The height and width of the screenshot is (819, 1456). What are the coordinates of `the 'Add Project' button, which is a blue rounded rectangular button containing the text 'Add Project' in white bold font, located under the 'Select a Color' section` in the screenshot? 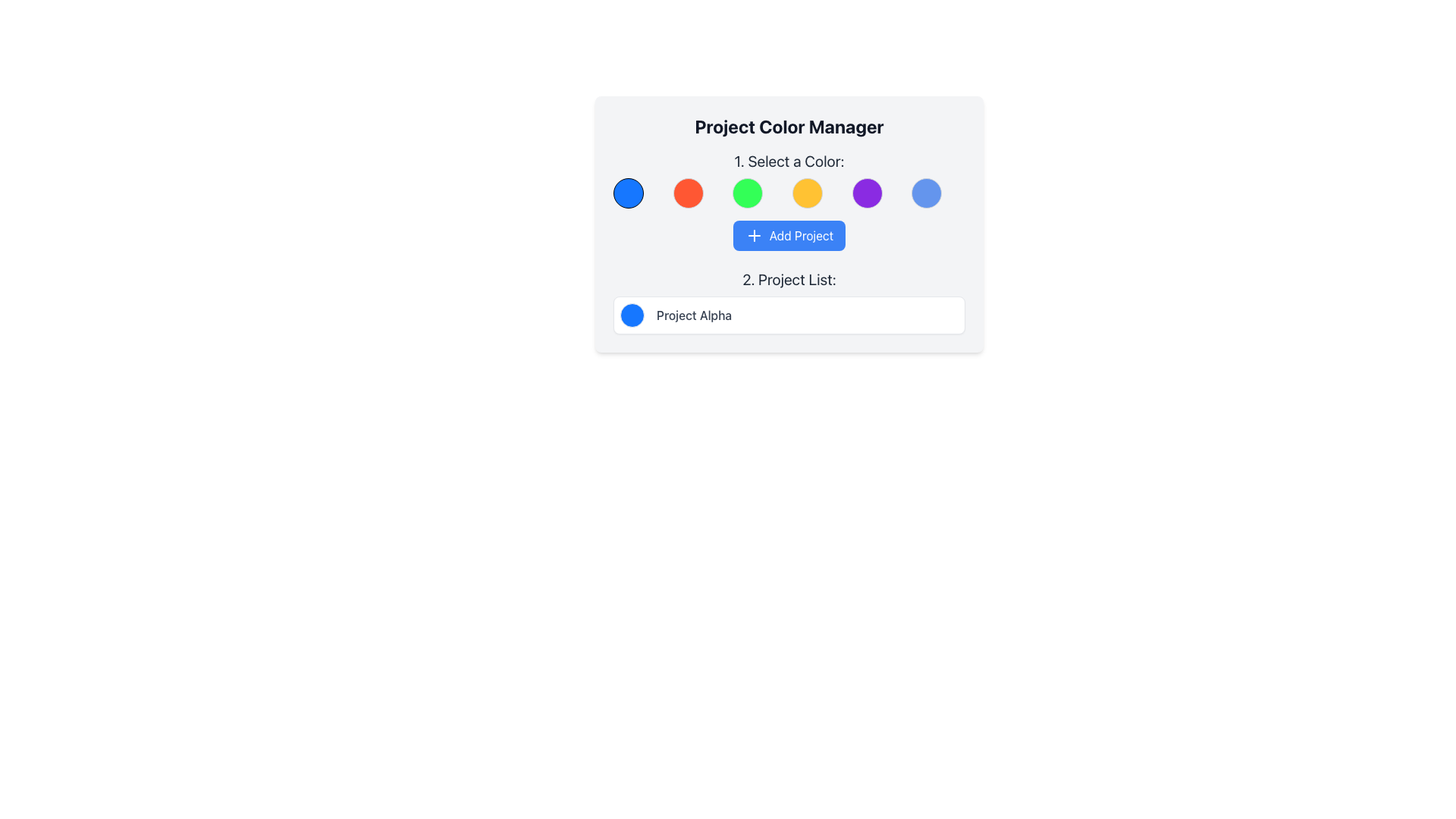 It's located at (800, 236).